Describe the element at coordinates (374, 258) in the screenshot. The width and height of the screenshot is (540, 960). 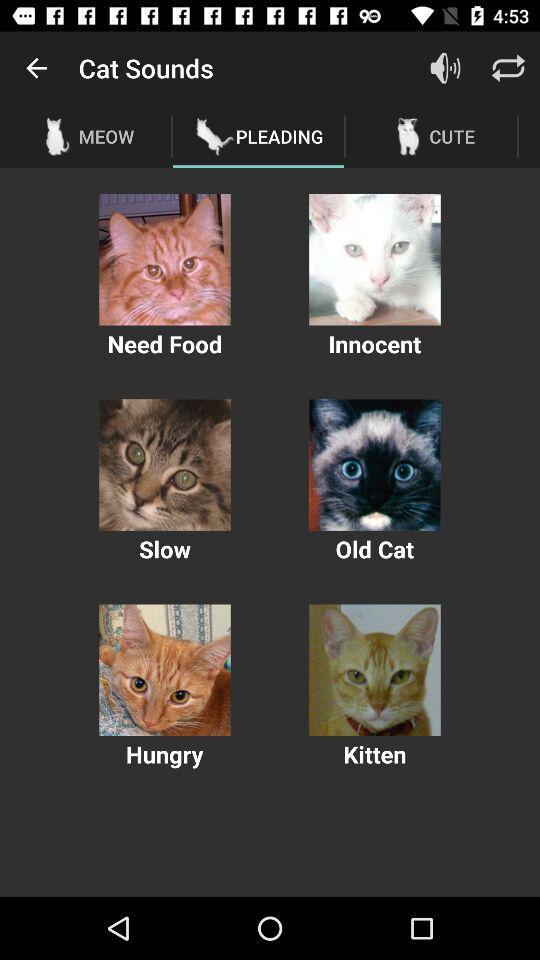
I see `lets you choose a certain kind of cat` at that location.